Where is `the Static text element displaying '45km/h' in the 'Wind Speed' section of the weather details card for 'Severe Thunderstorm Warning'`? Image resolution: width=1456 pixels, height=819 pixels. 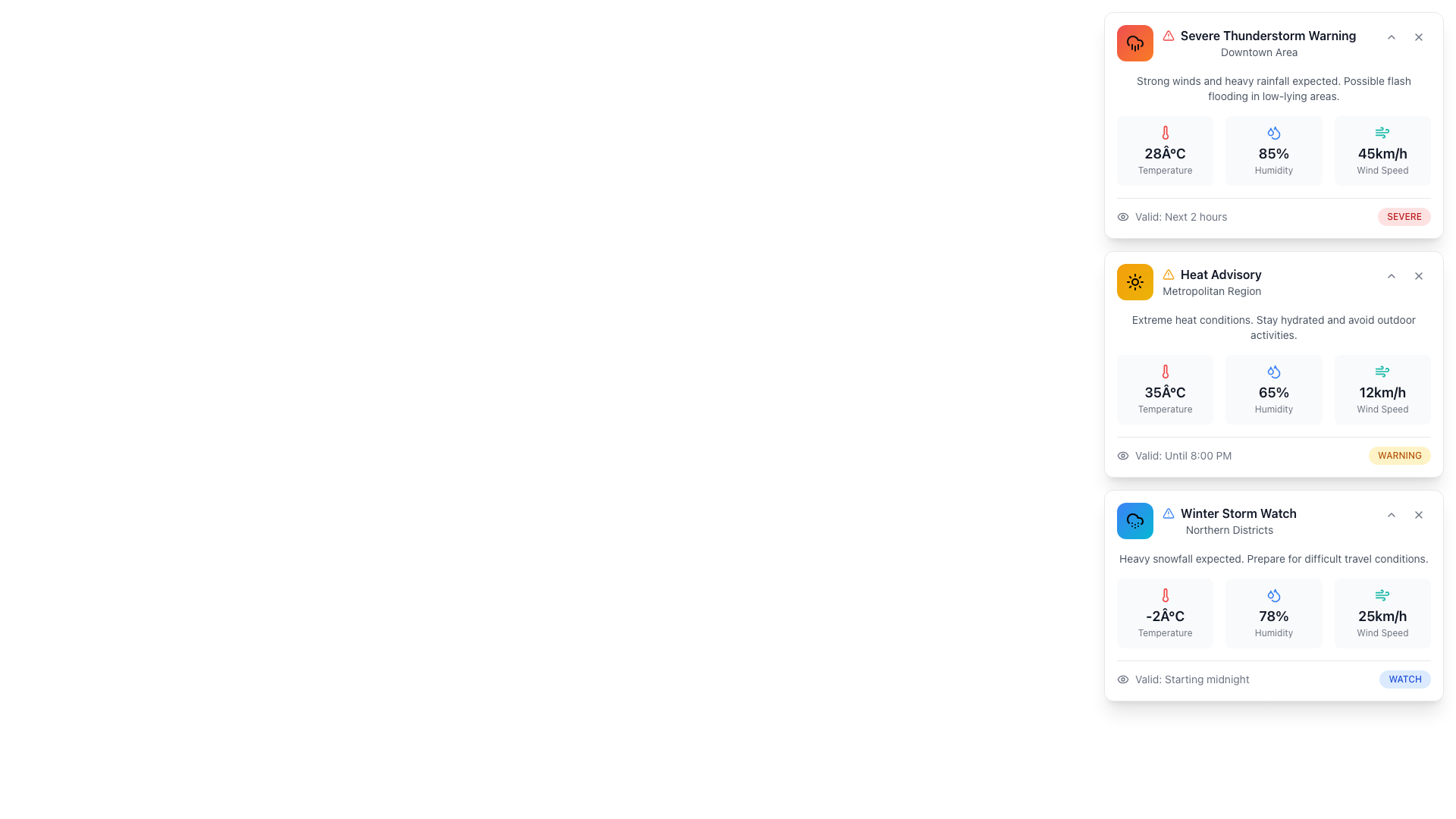 the Static text element displaying '45km/h' in the 'Wind Speed' section of the weather details card for 'Severe Thunderstorm Warning' is located at coordinates (1382, 154).